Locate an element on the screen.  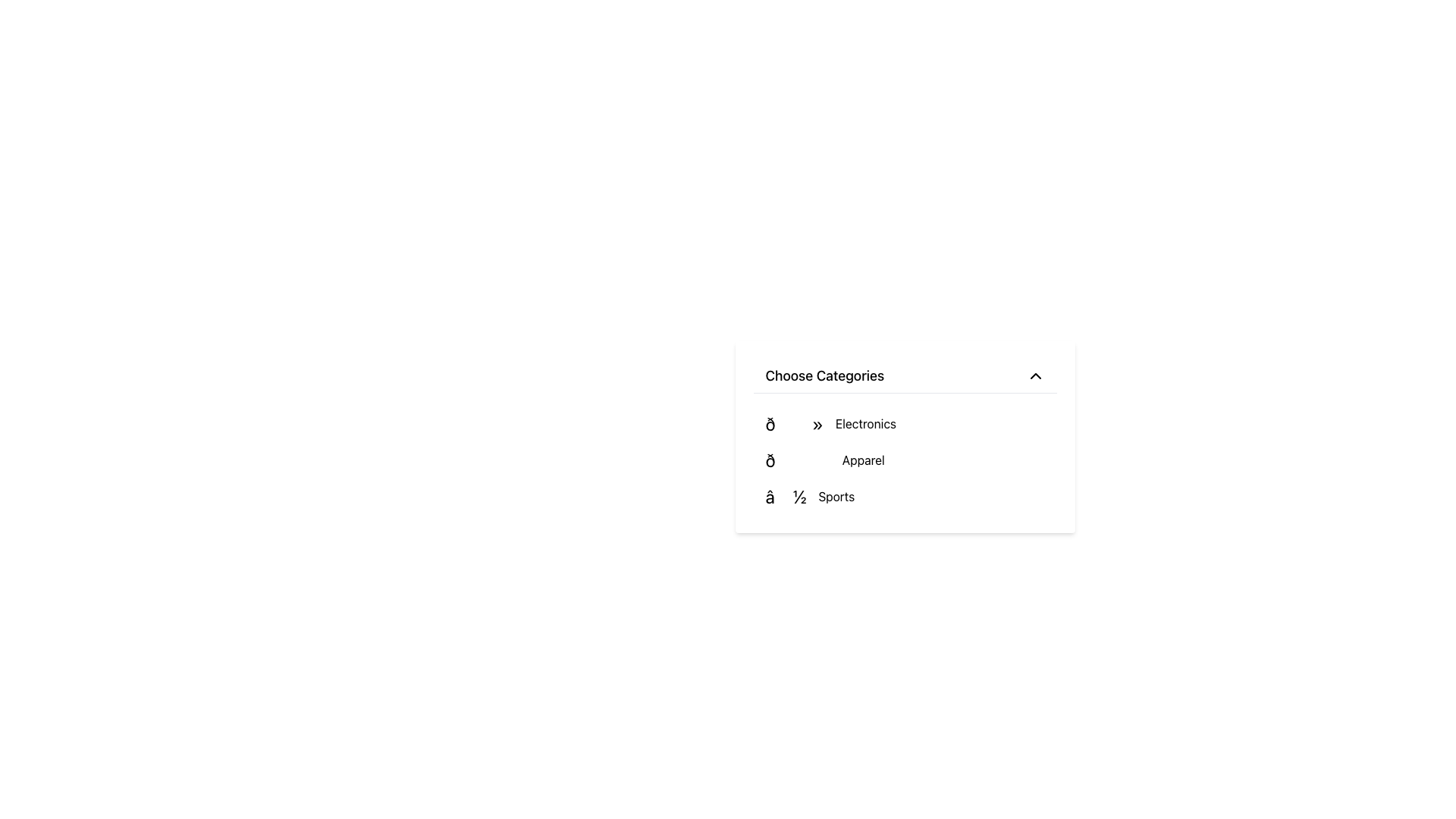
the text label displaying 'Apparel' in the dropdown menu under 'Choose Categories' is located at coordinates (863, 459).